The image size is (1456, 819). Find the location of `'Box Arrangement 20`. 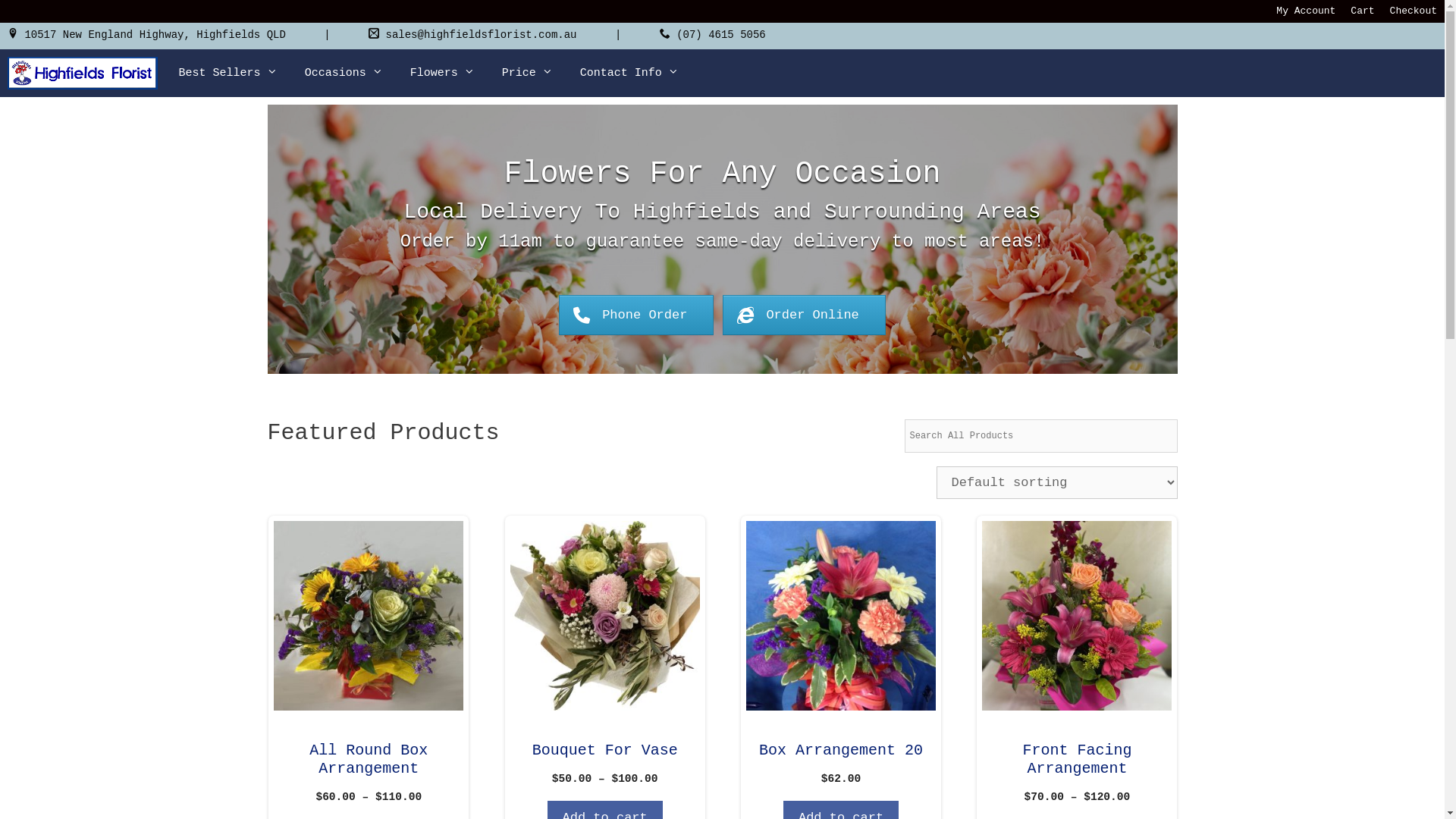

'Box Arrangement 20 is located at coordinates (839, 653).